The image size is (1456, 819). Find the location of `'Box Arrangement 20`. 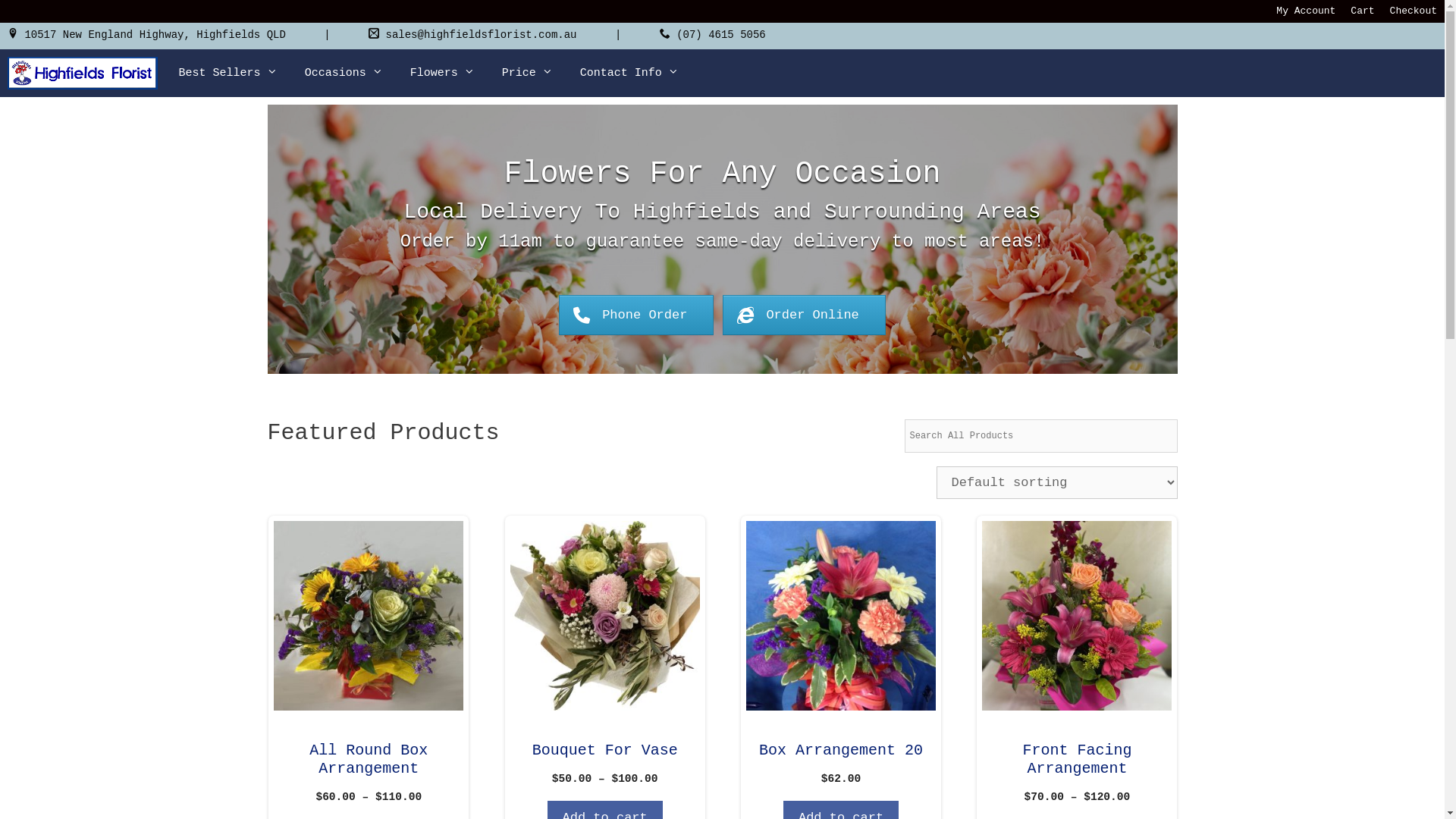

'Box Arrangement 20 is located at coordinates (839, 653).